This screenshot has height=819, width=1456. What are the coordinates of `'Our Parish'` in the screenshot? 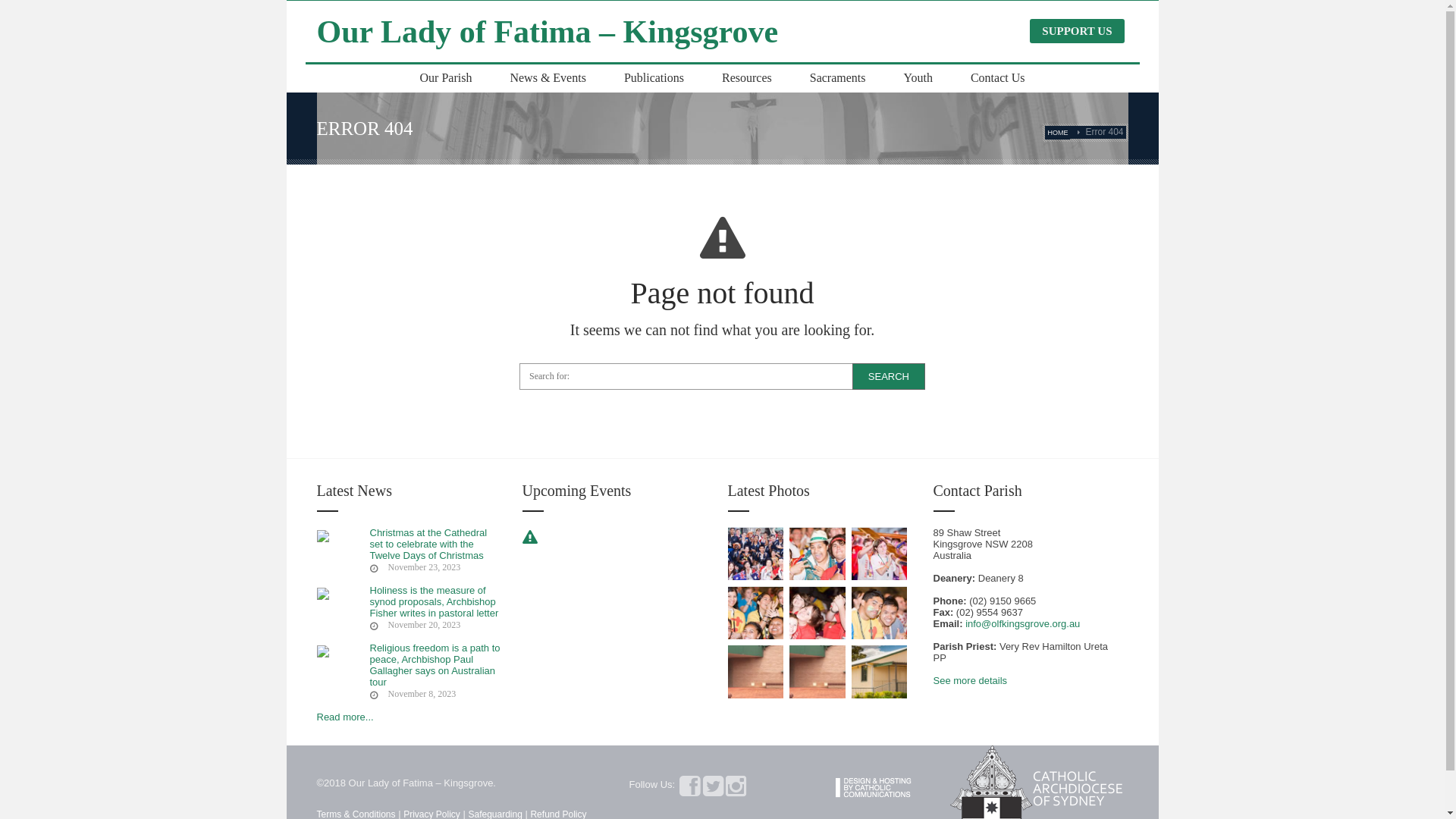 It's located at (419, 78).